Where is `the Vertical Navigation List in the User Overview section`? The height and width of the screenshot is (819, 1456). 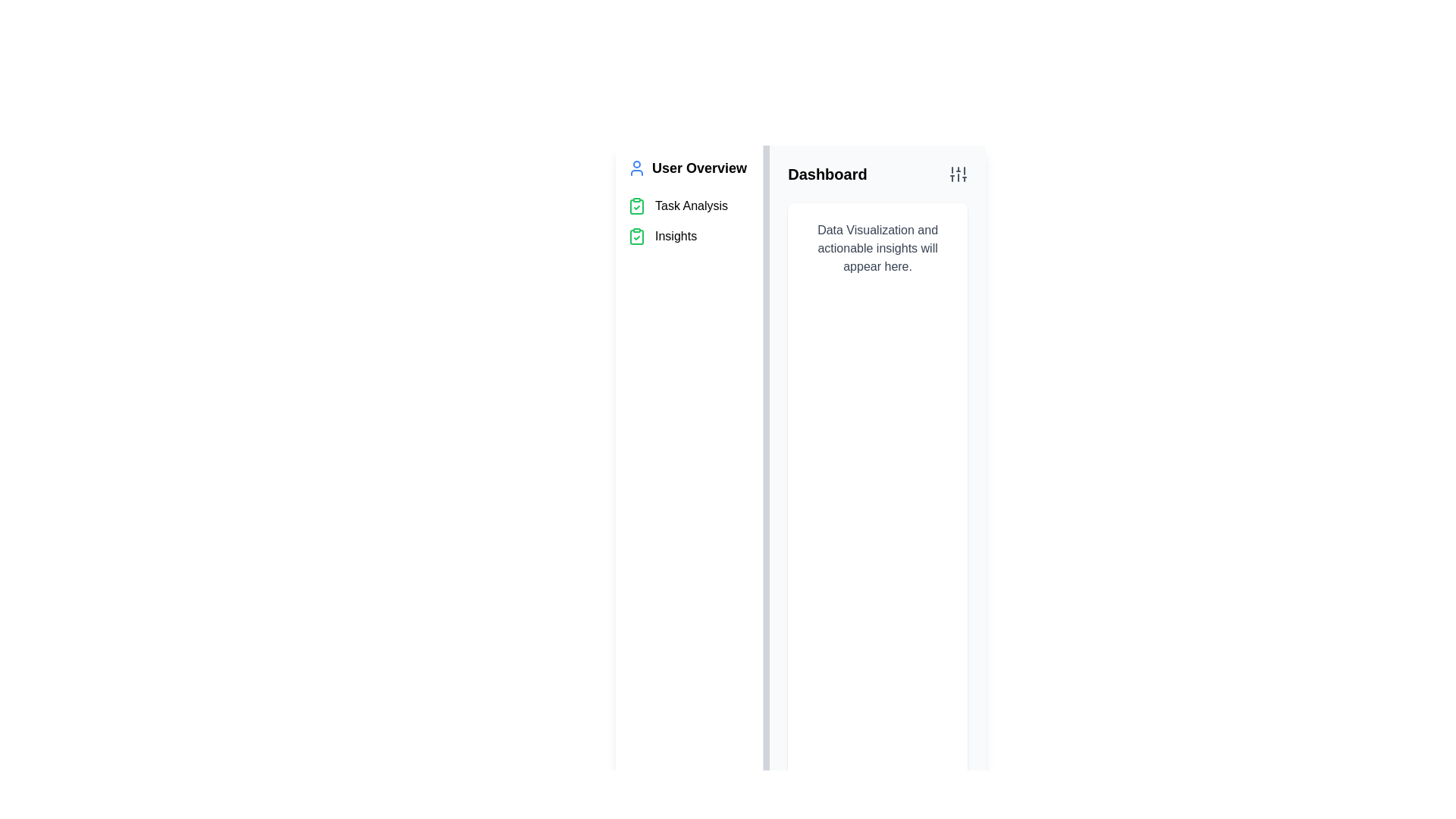
the Vertical Navigation List in the User Overview section is located at coordinates (689, 221).